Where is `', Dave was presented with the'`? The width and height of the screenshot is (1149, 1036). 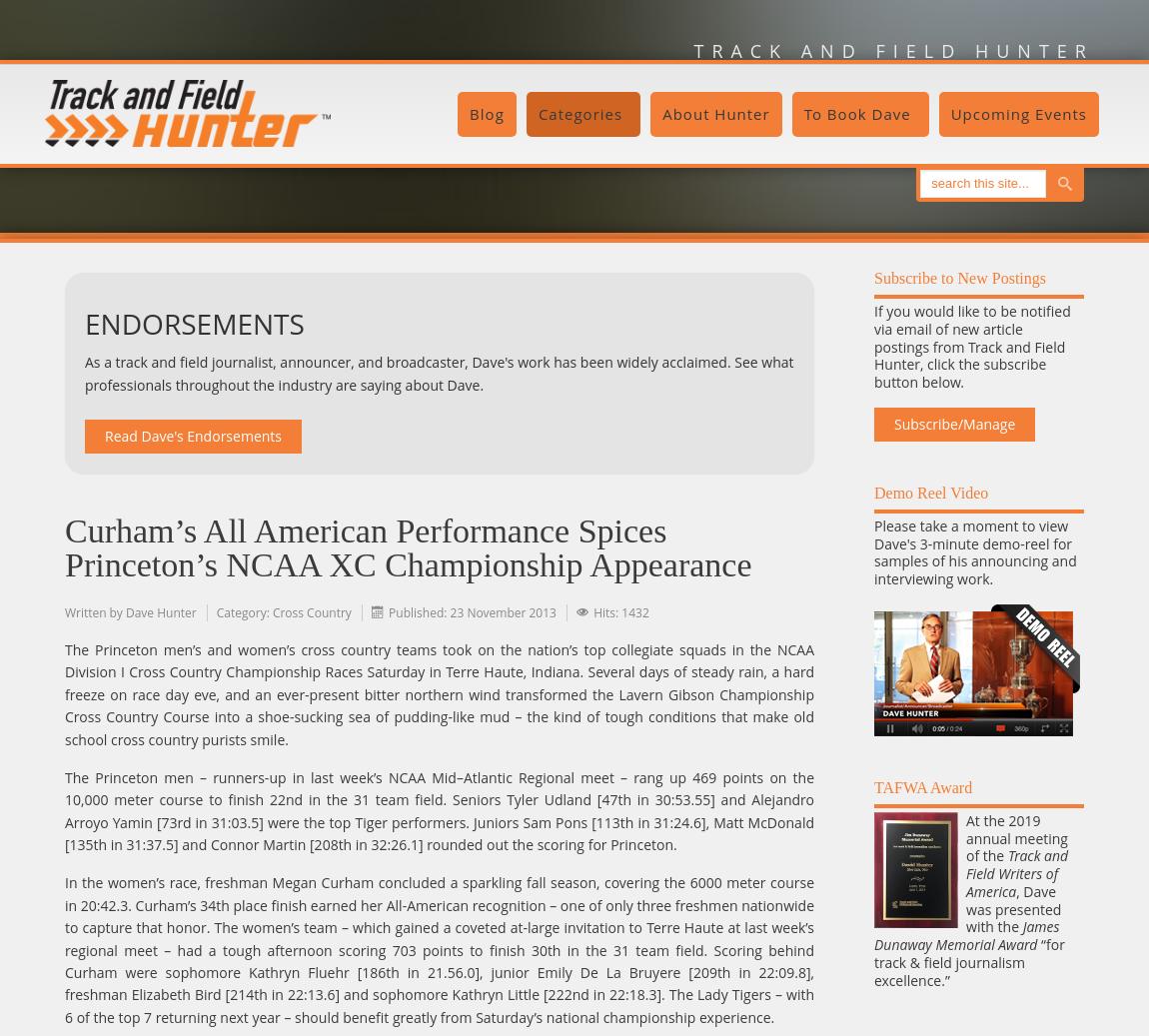
', Dave was presented with the' is located at coordinates (1013, 908).